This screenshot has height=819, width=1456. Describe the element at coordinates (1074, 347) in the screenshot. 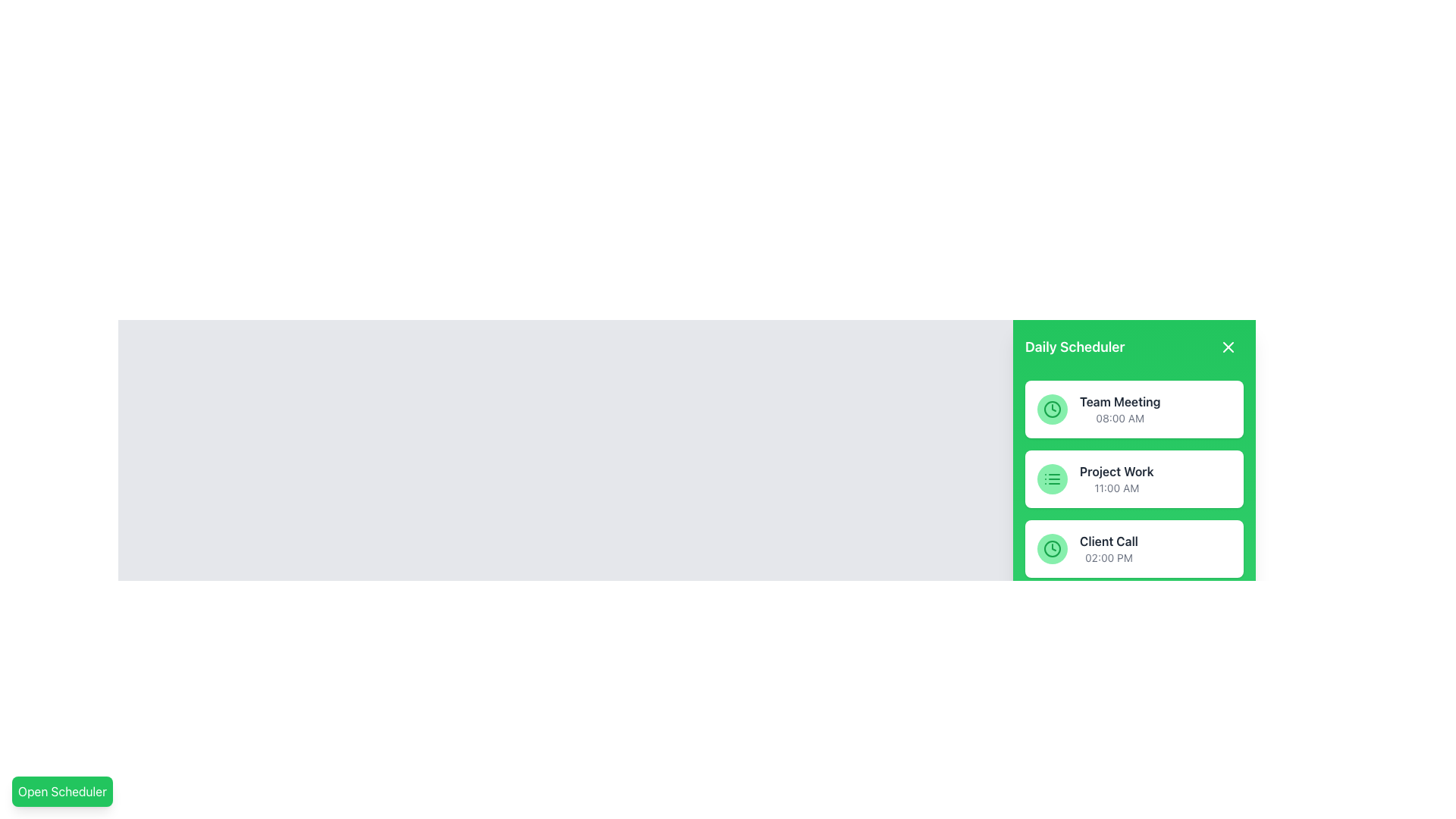

I see `the 'Daily Scheduler' text label, which is displayed in bold and larger font in the green header section of the sidebar panel` at that location.